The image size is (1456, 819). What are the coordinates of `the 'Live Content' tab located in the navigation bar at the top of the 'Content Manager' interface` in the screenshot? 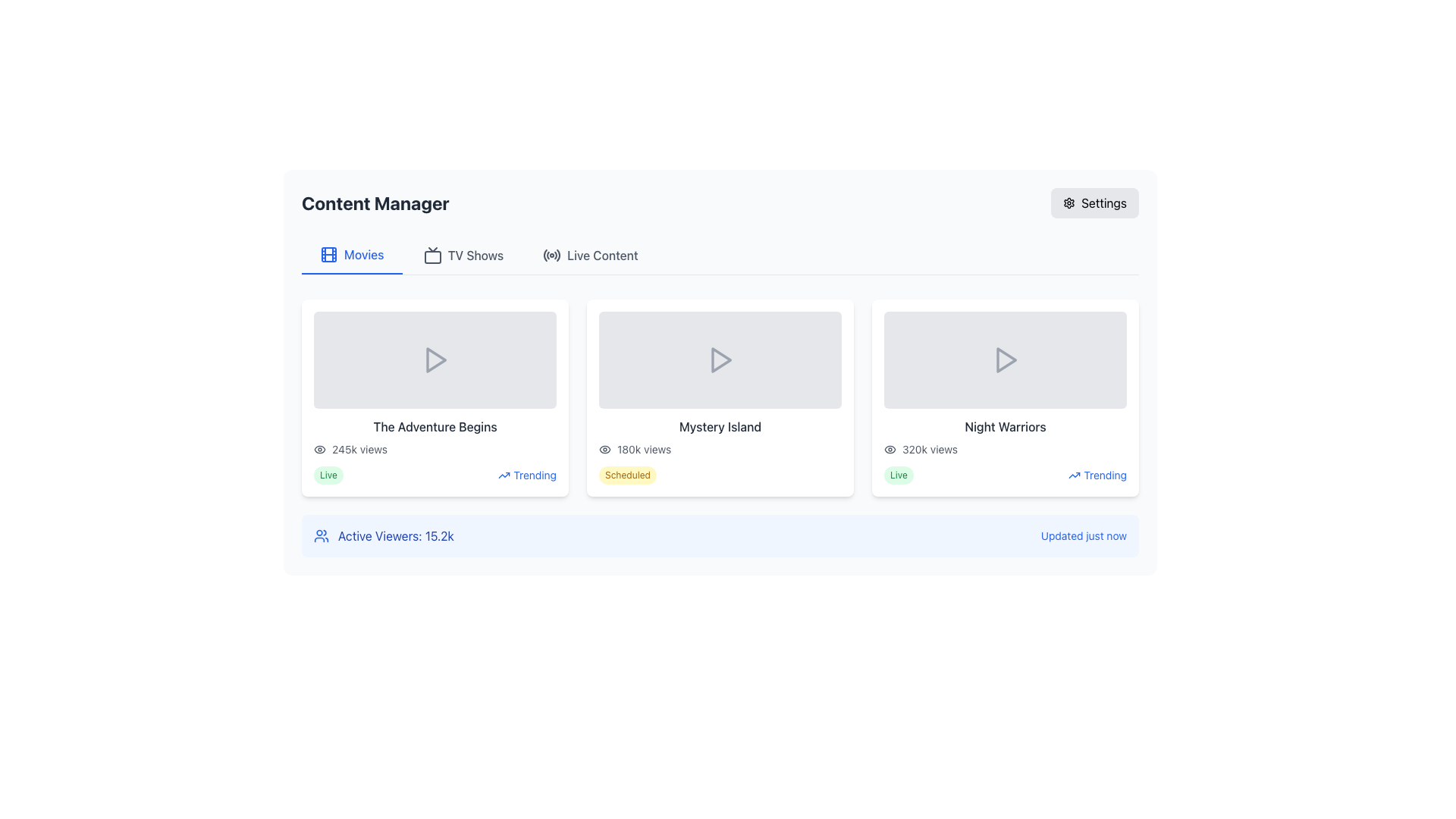 It's located at (720, 255).